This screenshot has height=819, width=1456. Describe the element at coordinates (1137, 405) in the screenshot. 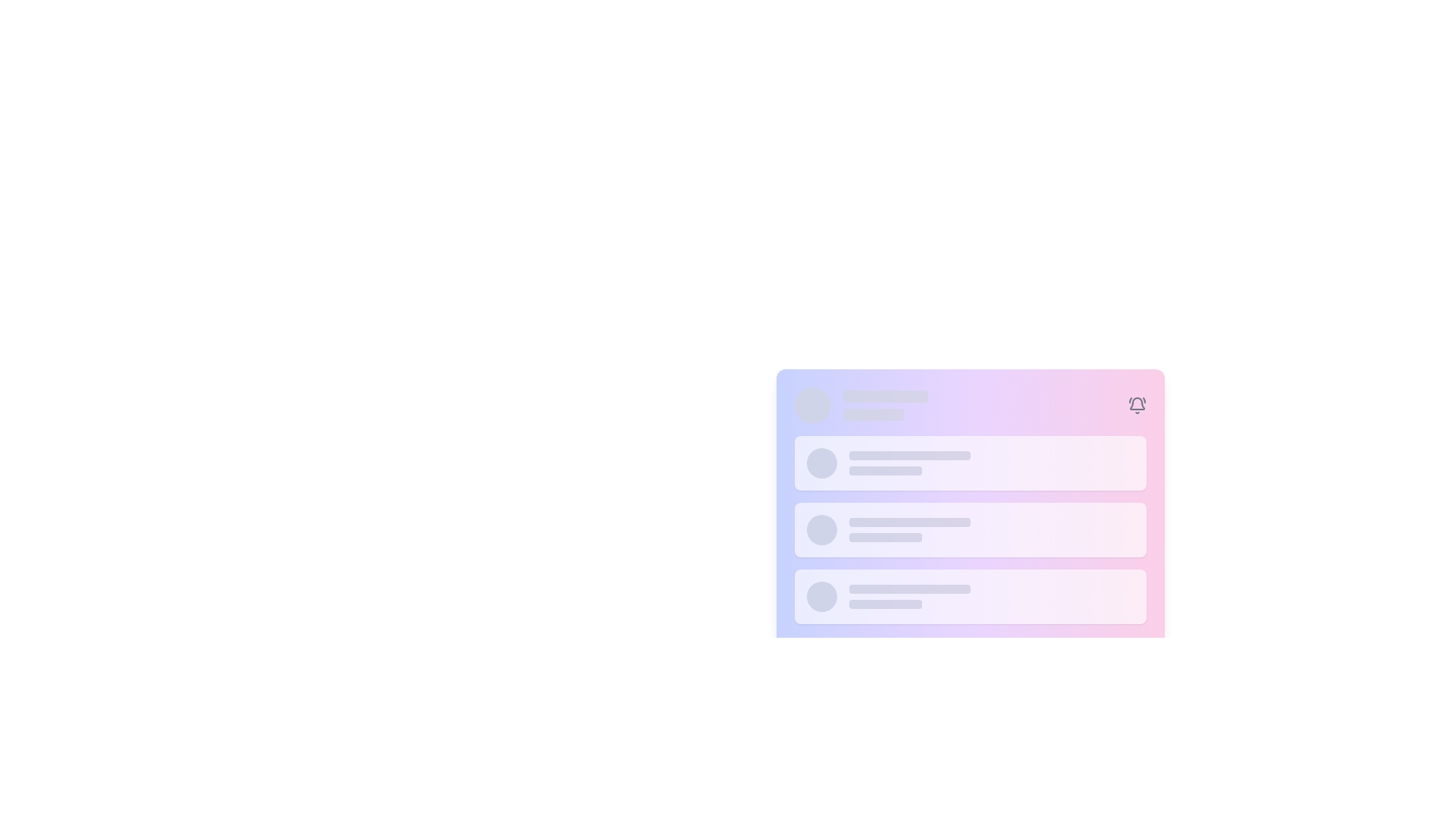

I see `the notification bell icon, which has a thin outline and a gray fill, located at the upper-right corner of the panel with a gradient purple-pink background` at that location.